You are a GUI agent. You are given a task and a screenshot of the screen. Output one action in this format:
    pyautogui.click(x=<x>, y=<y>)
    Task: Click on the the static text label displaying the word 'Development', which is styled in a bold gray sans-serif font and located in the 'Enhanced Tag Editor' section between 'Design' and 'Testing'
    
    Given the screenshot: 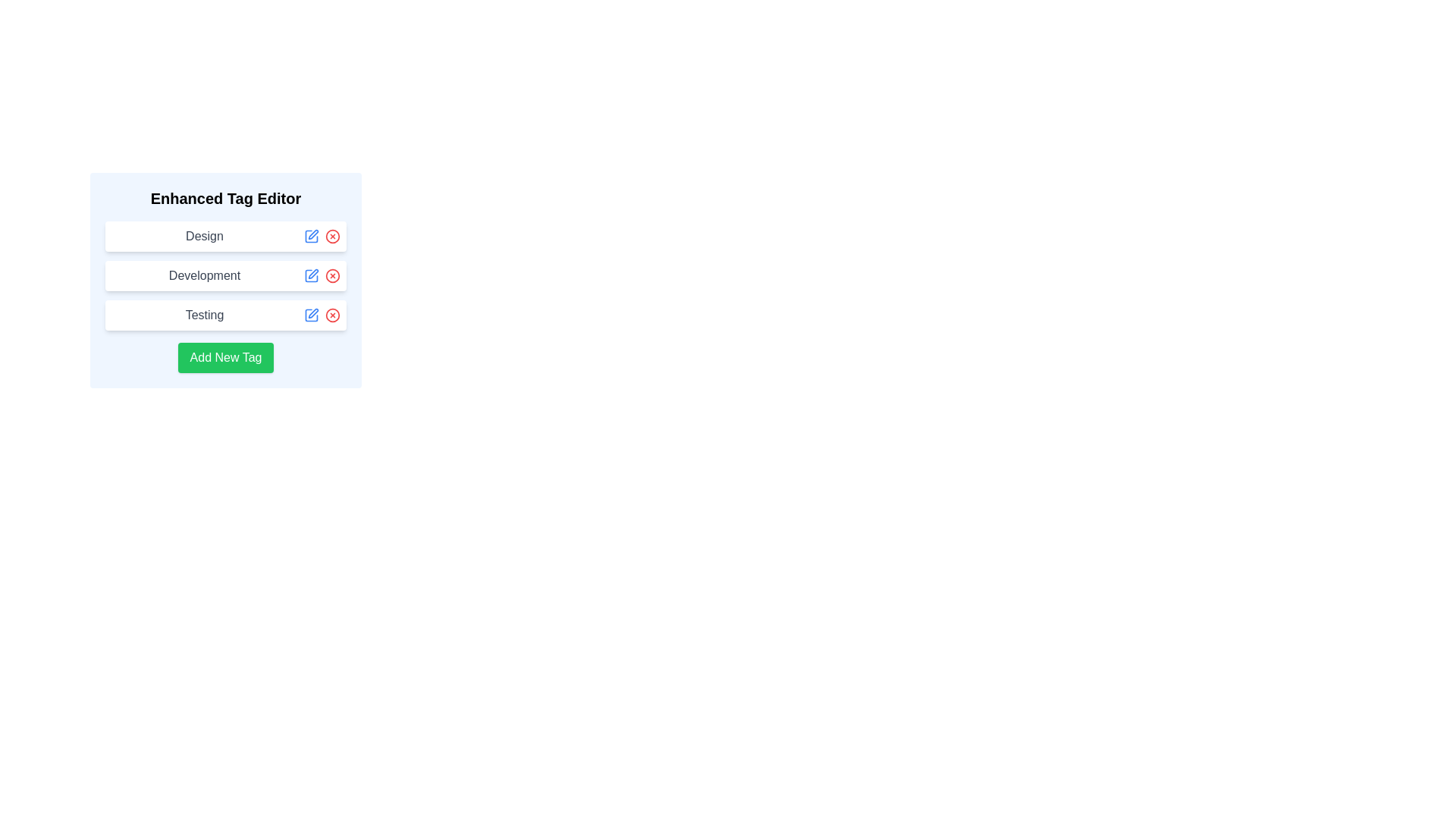 What is the action you would take?
    pyautogui.click(x=203, y=275)
    